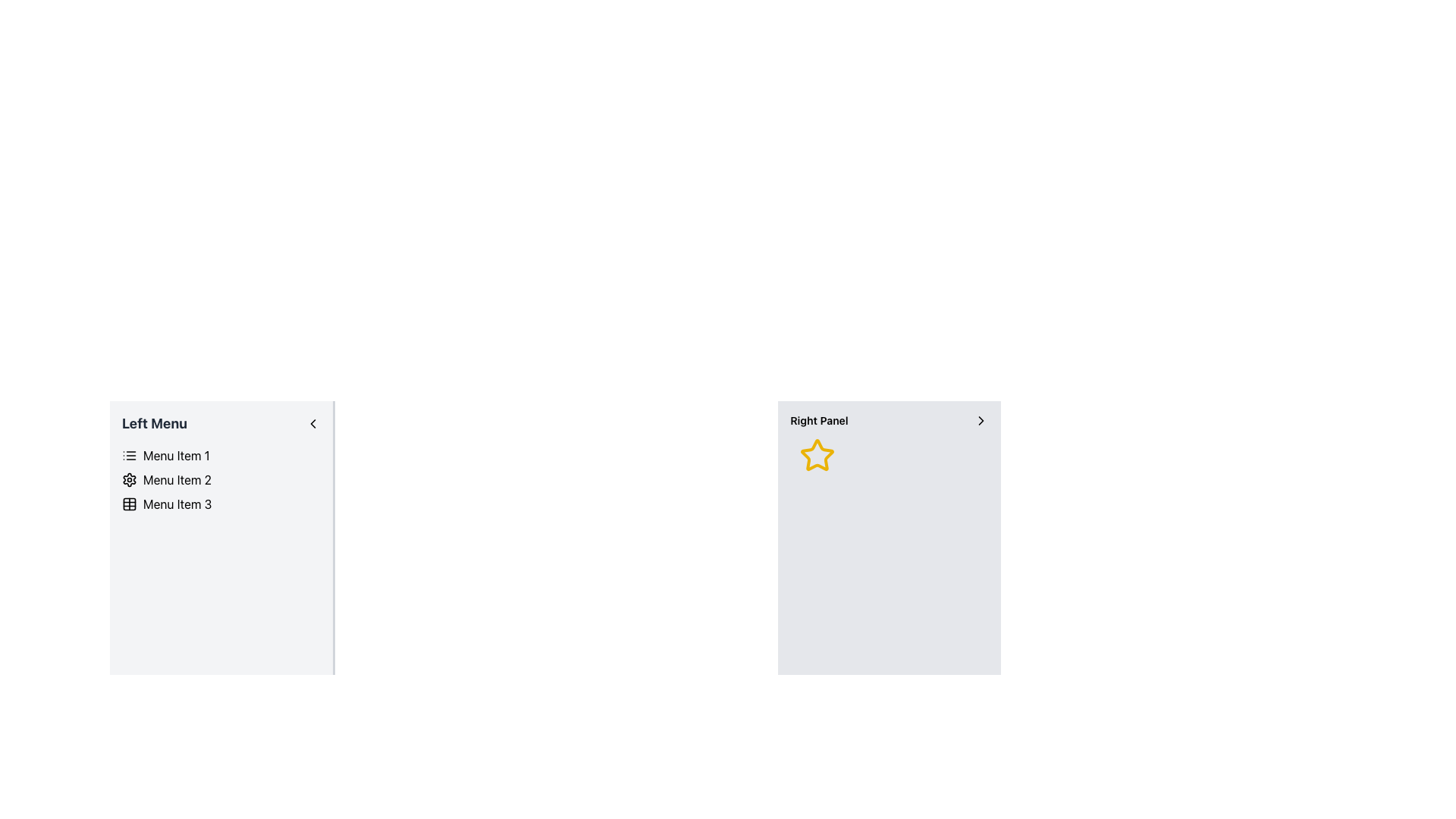 Image resolution: width=1456 pixels, height=819 pixels. Describe the element at coordinates (817, 454) in the screenshot. I see `the star icon, which is a yellow outlined star with a hollow center located in the right panel under the 'Right Panel' heading` at that location.